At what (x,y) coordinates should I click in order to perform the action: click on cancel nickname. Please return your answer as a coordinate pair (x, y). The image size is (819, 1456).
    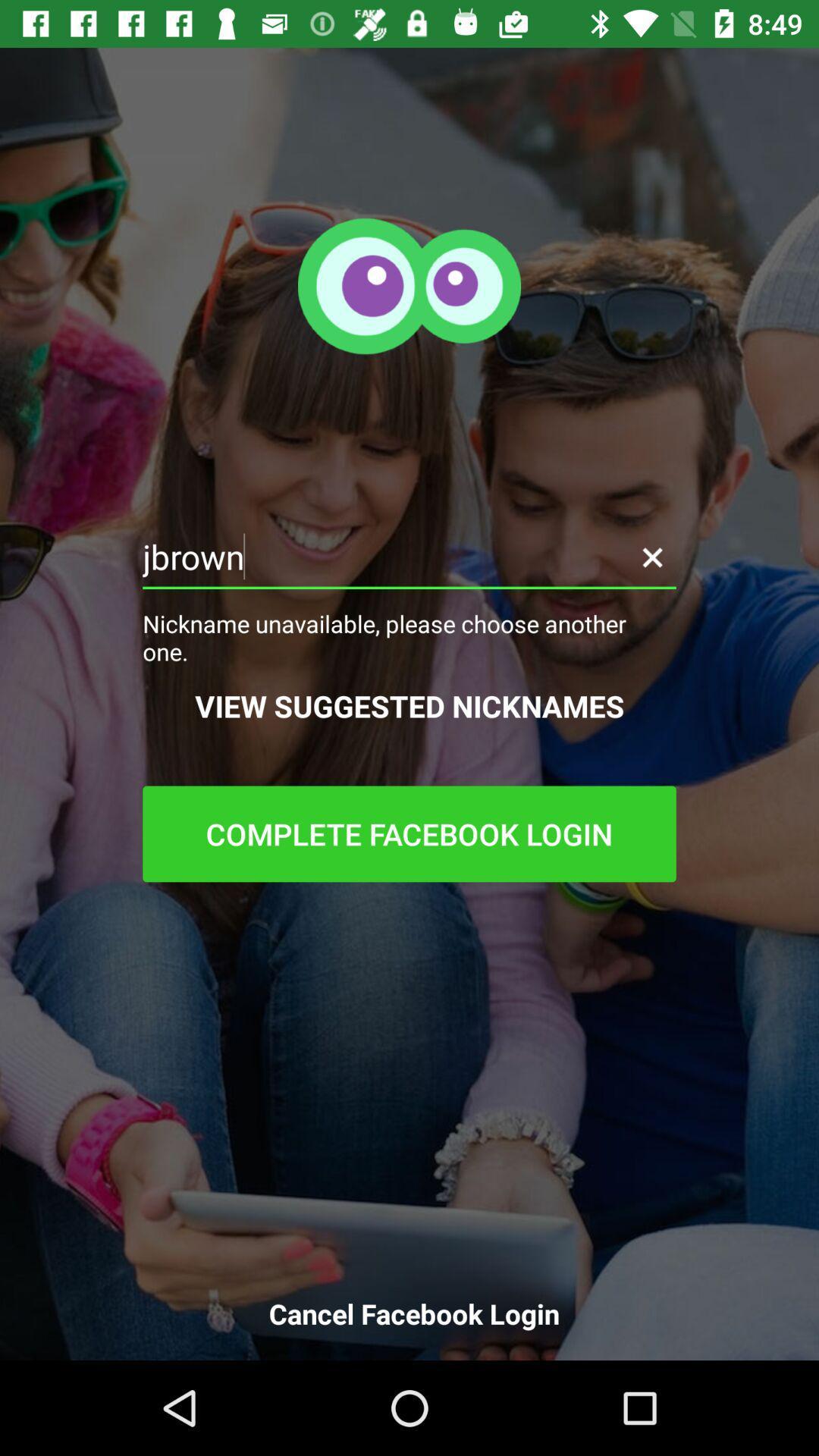
    Looking at the image, I should click on (651, 556).